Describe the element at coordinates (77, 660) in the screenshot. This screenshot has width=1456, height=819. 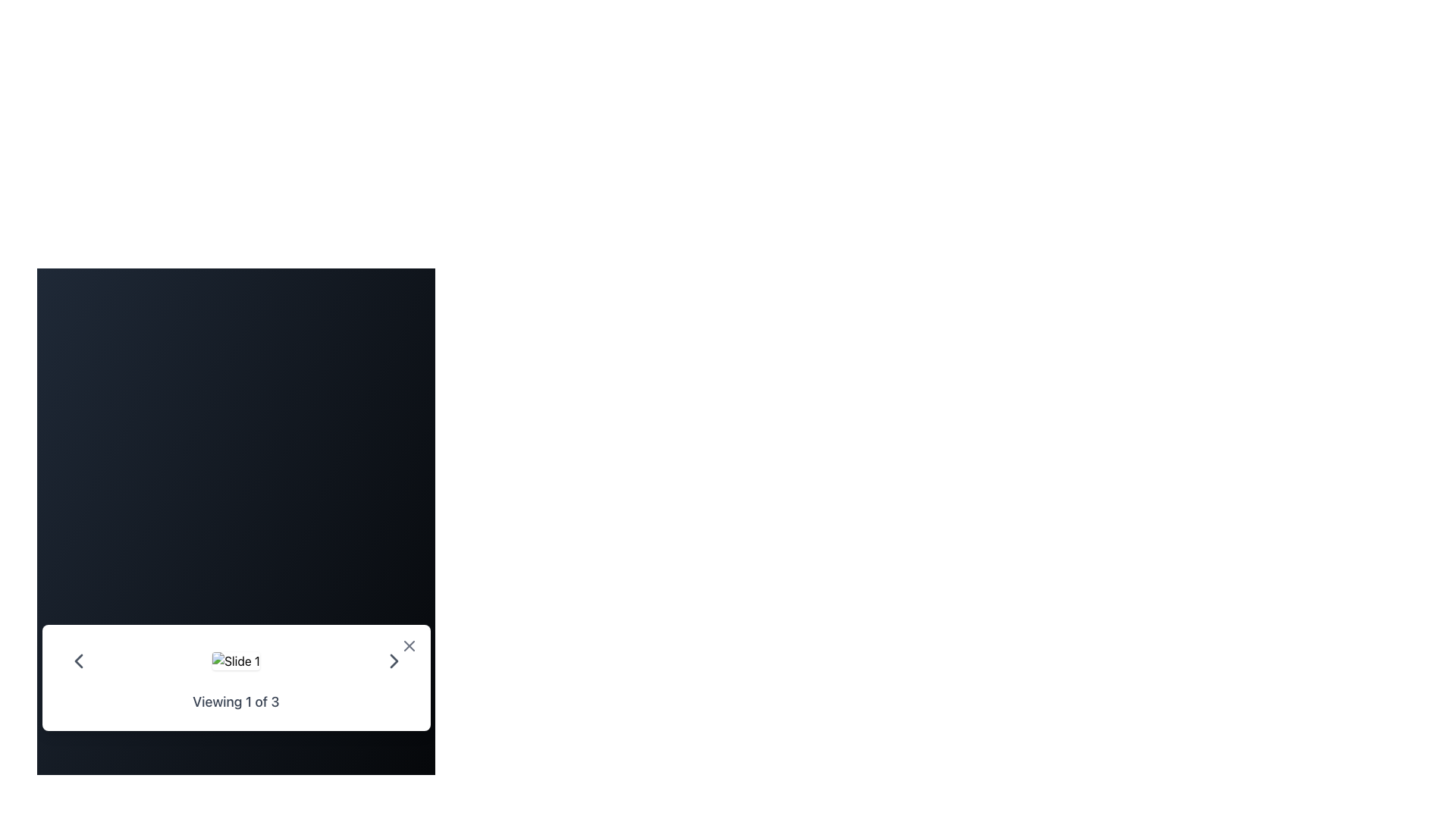
I see `the button located at the left side of the horizontal layout block` at that location.